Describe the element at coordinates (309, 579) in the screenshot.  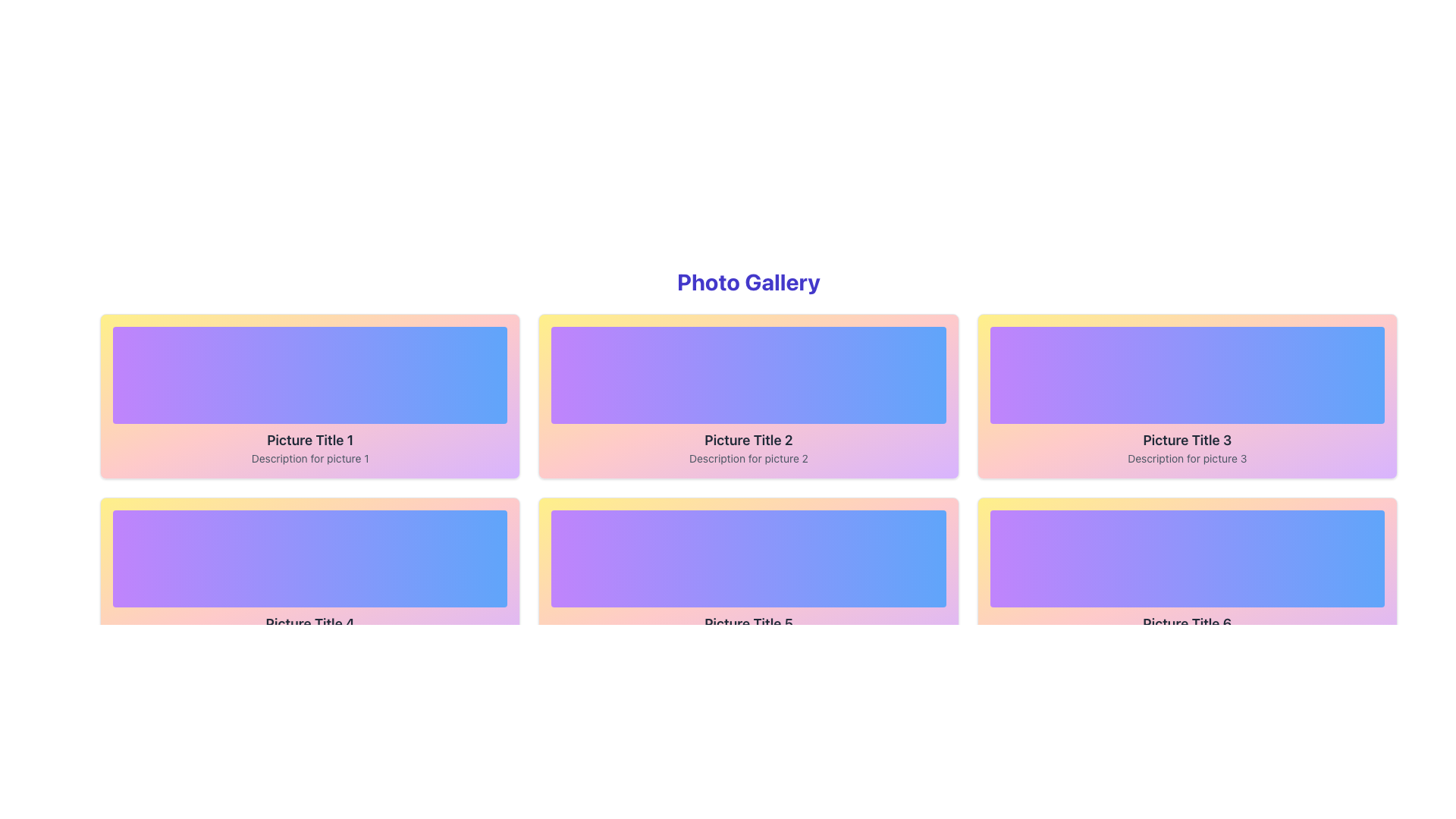
I see `the Card component located in the second row, first column of the grid layout, which displays a picture's title and description` at that location.